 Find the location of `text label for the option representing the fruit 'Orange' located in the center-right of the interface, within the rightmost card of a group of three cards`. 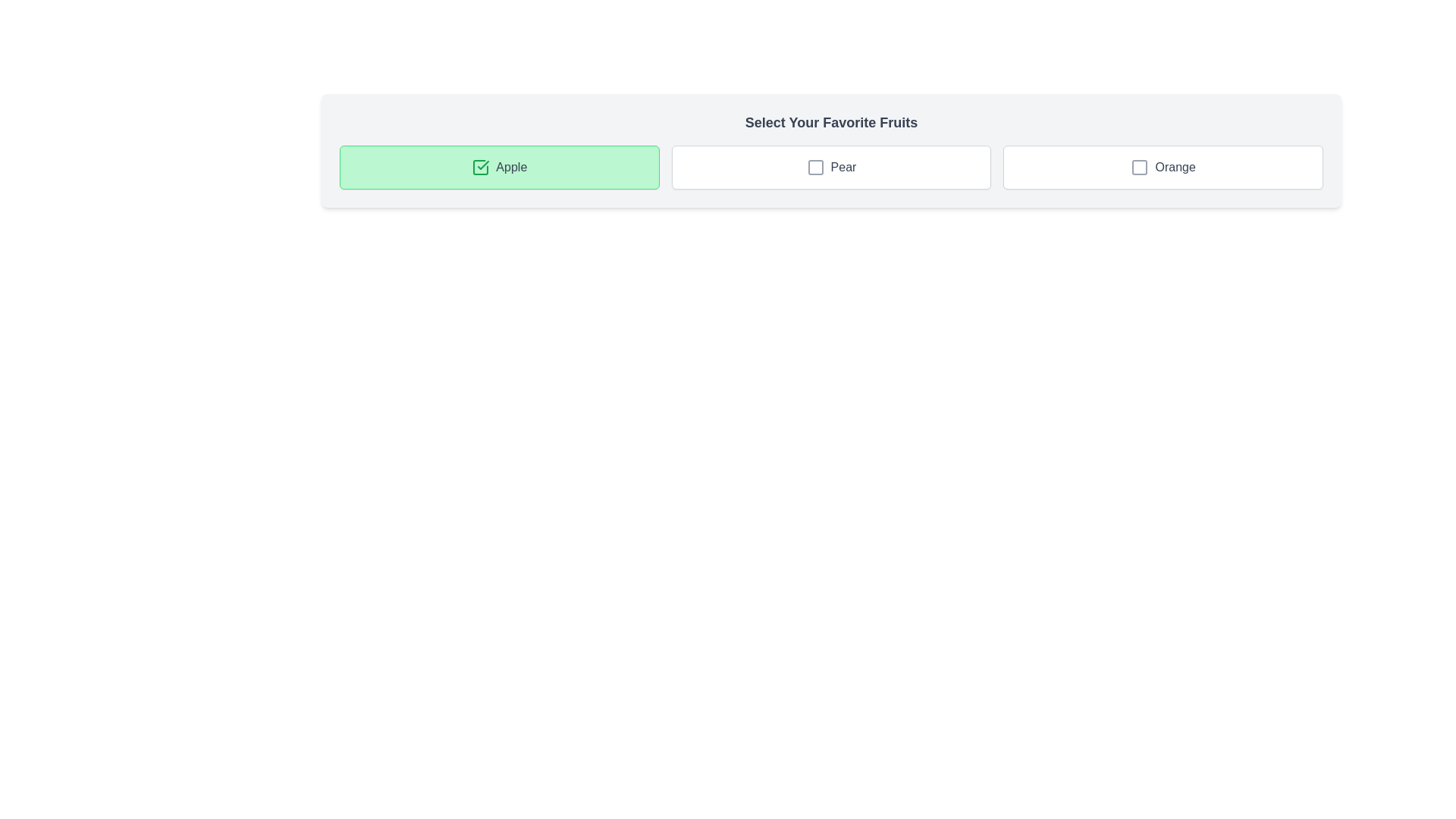

text label for the option representing the fruit 'Orange' located in the center-right of the interface, within the rightmost card of a group of three cards is located at coordinates (1175, 167).